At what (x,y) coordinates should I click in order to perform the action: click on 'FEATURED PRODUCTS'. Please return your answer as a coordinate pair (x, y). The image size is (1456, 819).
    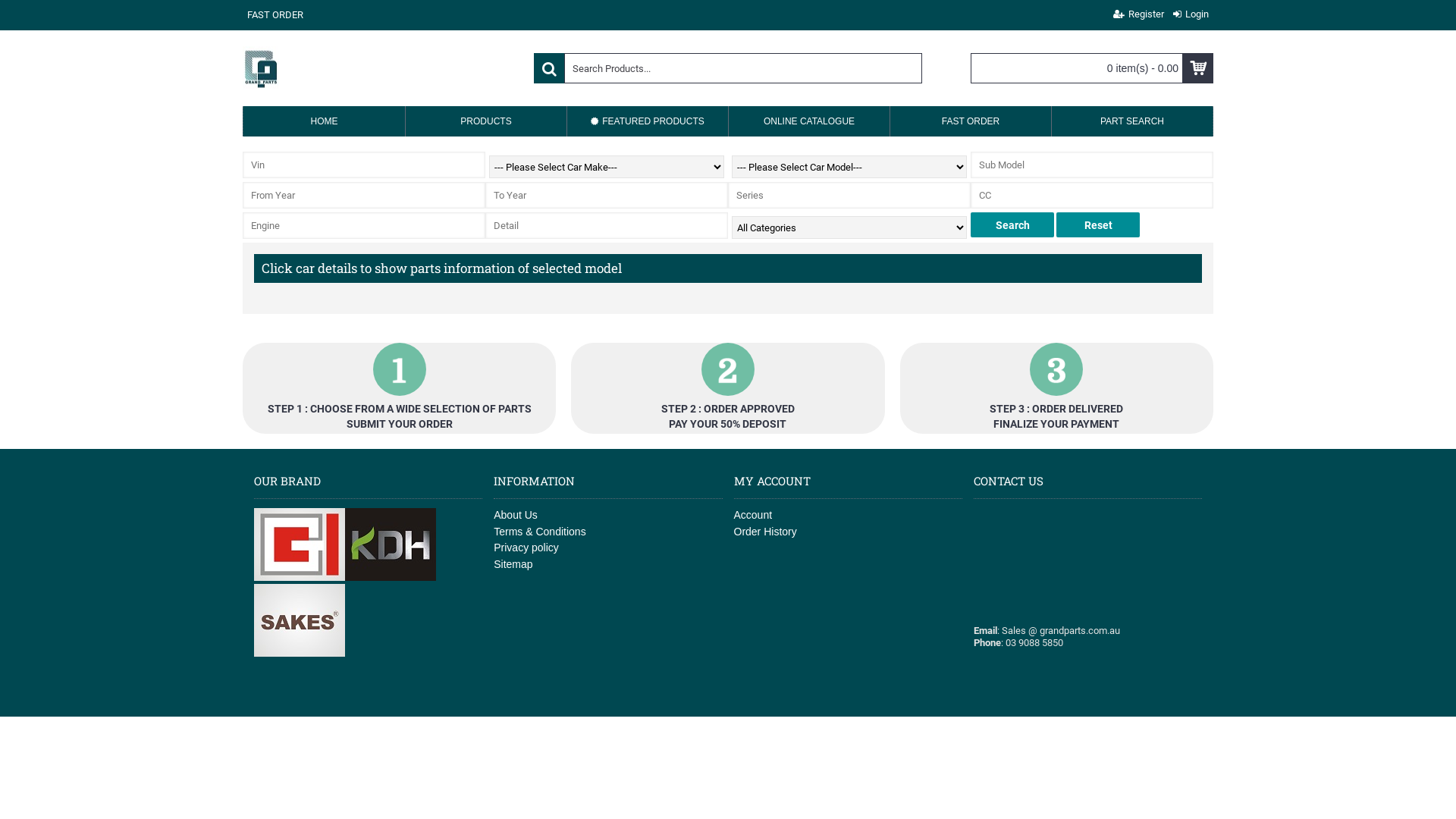
    Looking at the image, I should click on (648, 120).